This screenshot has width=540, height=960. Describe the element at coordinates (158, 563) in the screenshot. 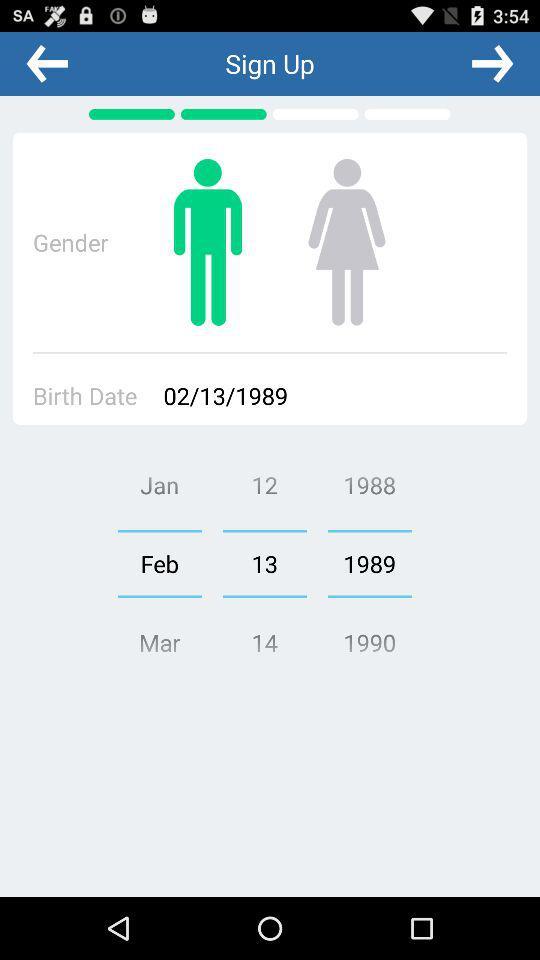

I see `feb` at that location.